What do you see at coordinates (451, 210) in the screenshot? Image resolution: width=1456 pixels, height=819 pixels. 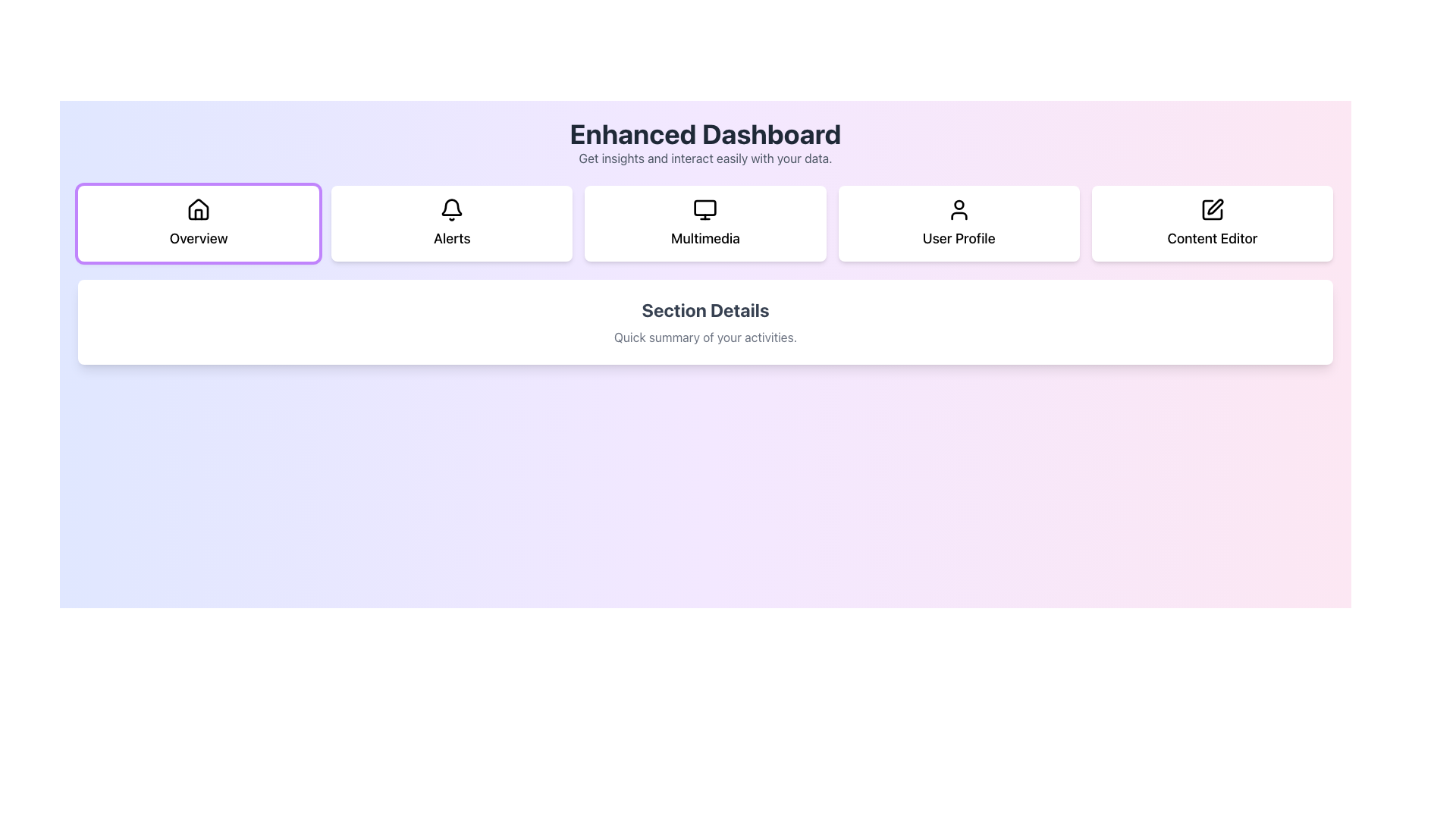 I see `the notification icon located in the 'Alerts' section, which is the second option in the row of features, positioned between 'Overview' and 'Multimedia'` at bounding box center [451, 210].